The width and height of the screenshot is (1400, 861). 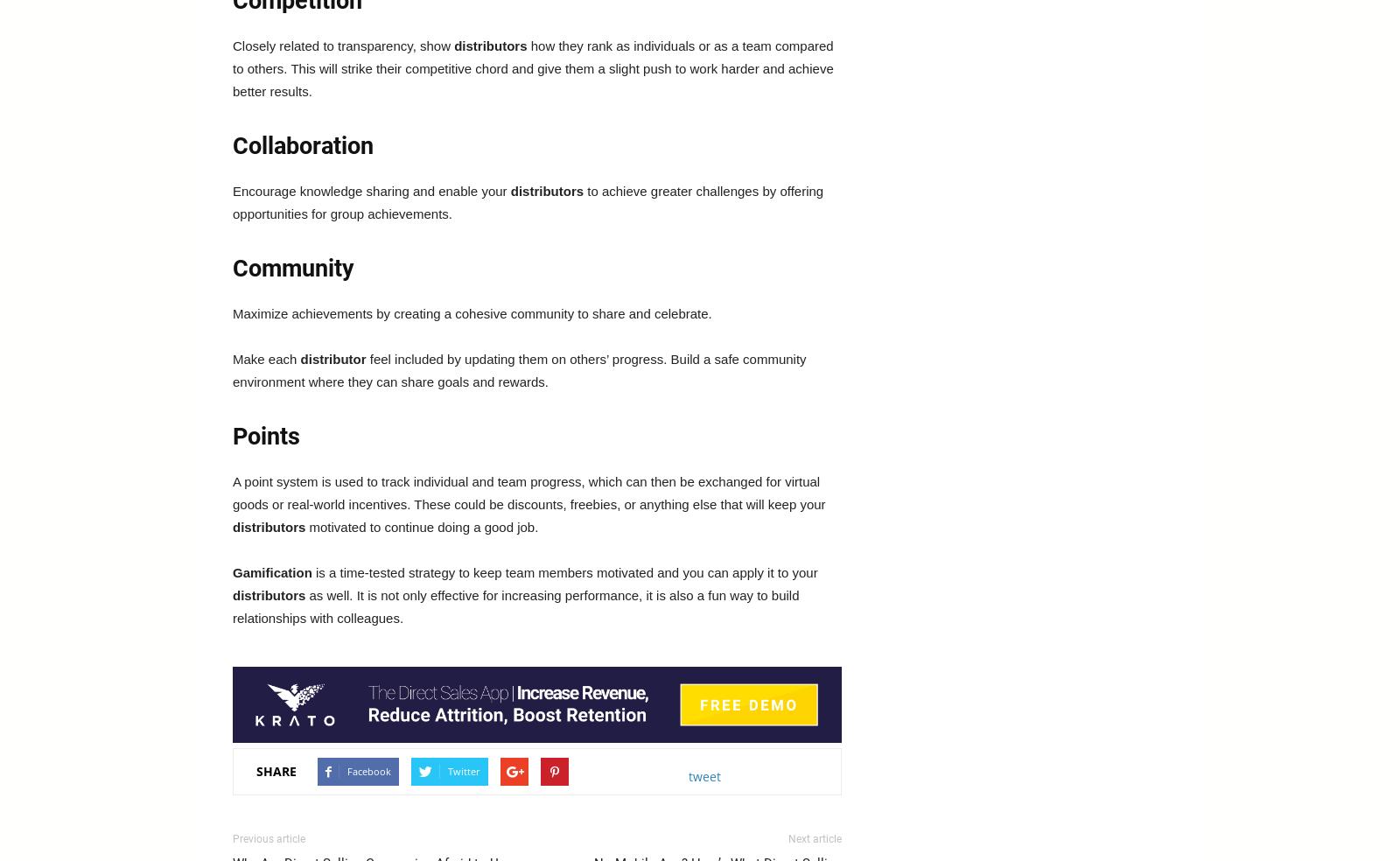 What do you see at coordinates (266, 359) in the screenshot?
I see `'Make each'` at bounding box center [266, 359].